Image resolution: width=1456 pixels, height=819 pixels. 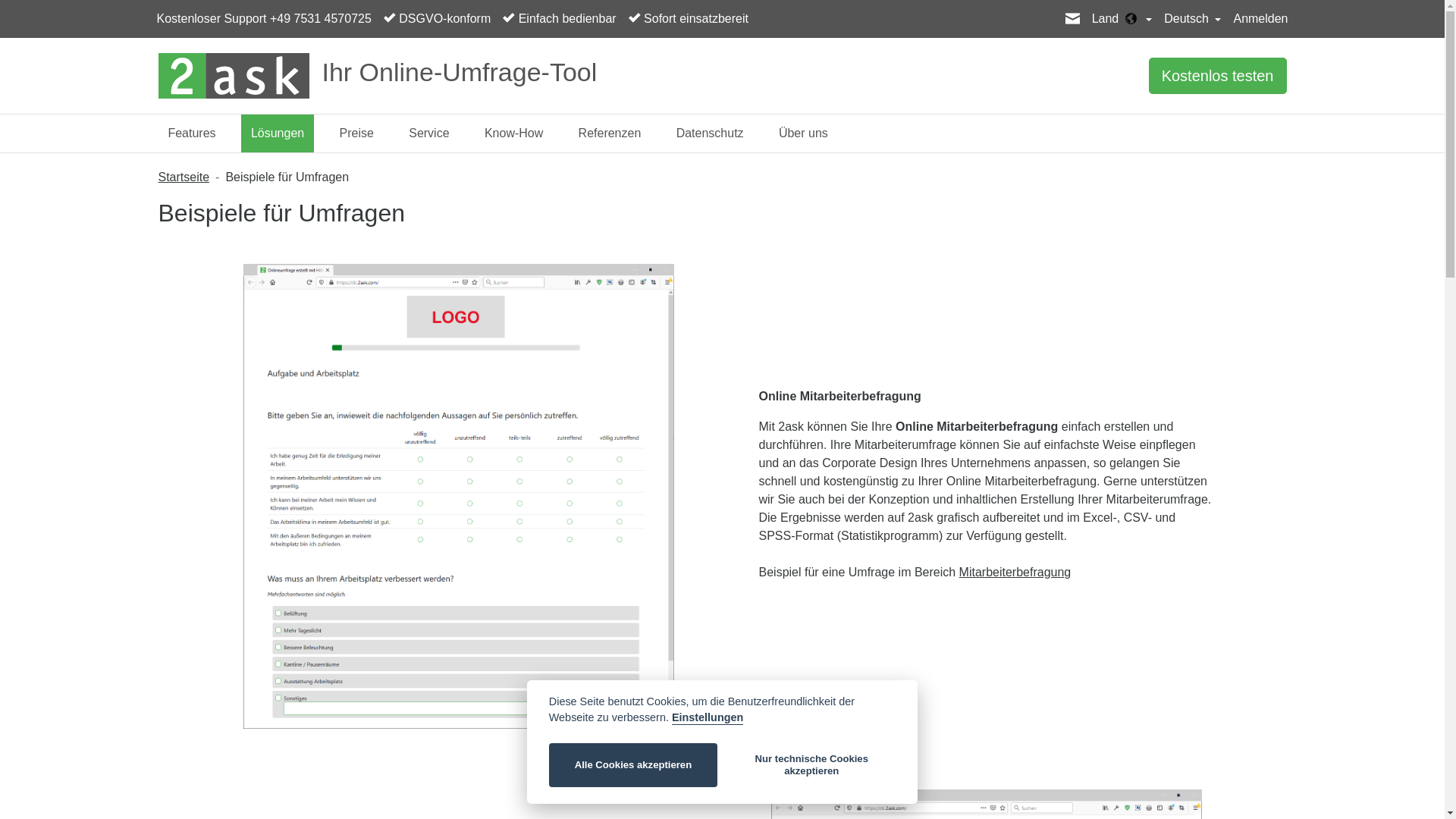 What do you see at coordinates (182, 176) in the screenshot?
I see `'Startseite'` at bounding box center [182, 176].